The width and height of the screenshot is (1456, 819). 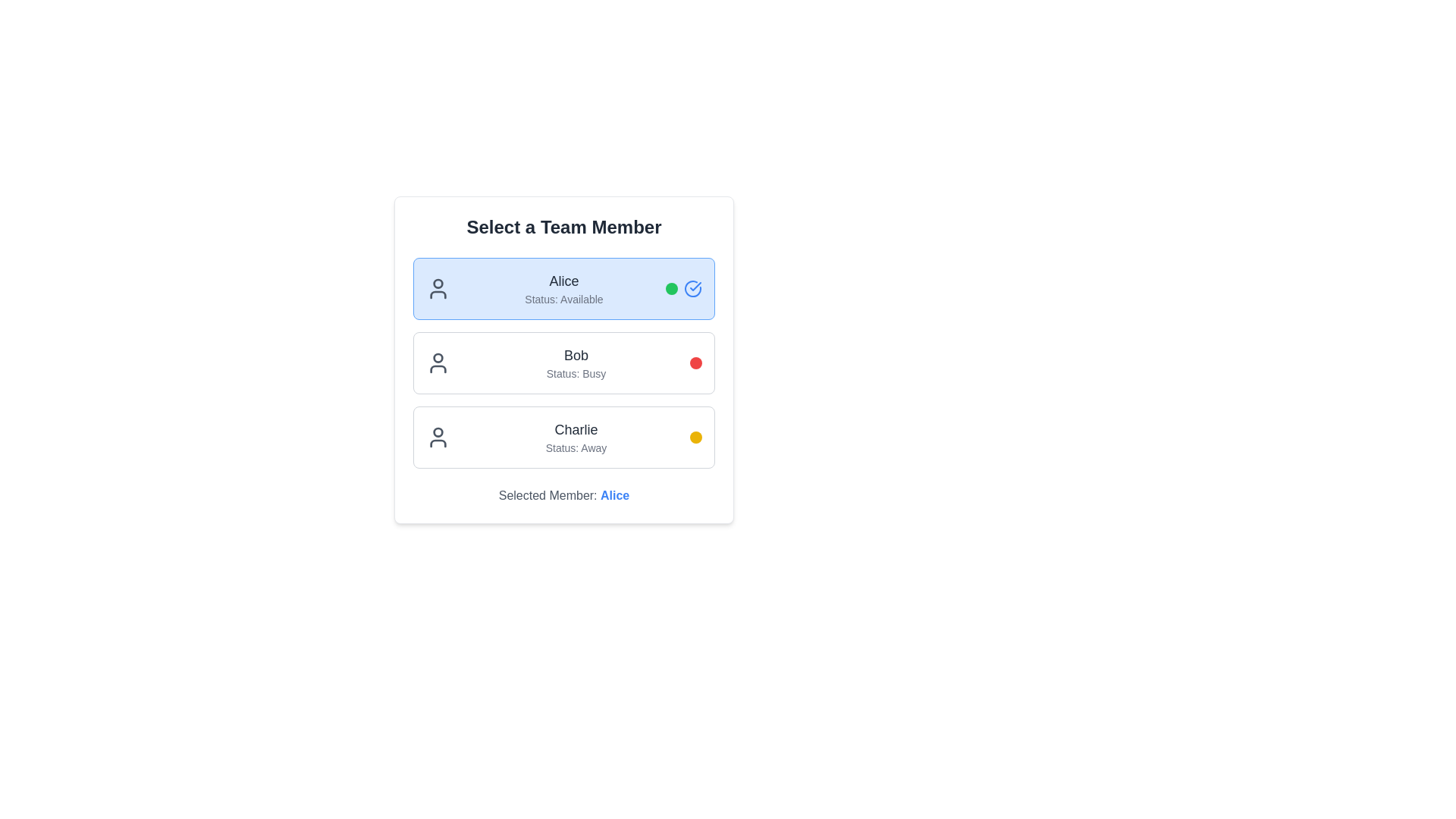 What do you see at coordinates (563, 362) in the screenshot?
I see `the Selectable Button Panel for 'Bob', which is the second option in the team members' availability list` at bounding box center [563, 362].